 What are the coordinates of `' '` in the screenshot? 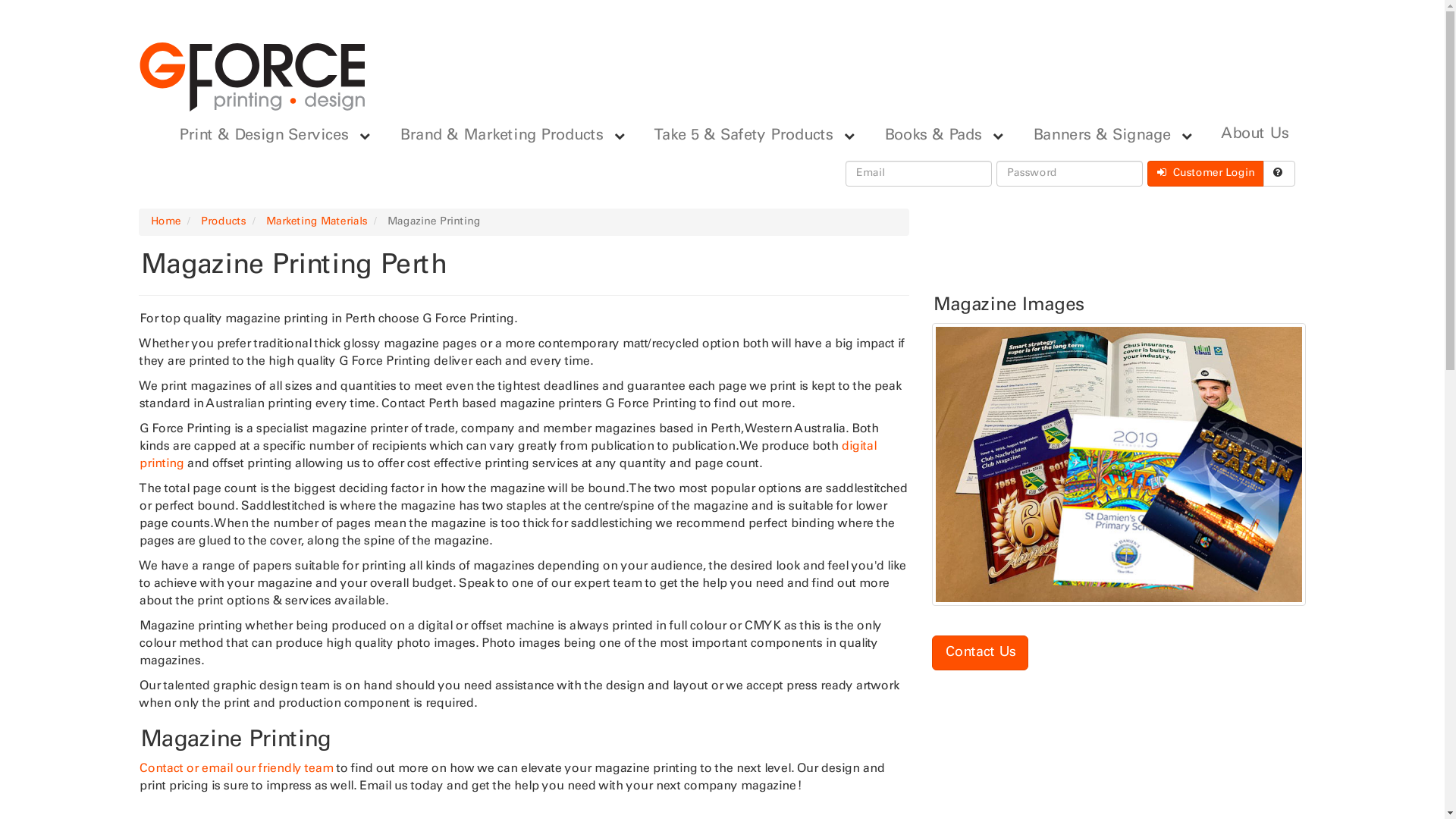 It's located at (1278, 172).